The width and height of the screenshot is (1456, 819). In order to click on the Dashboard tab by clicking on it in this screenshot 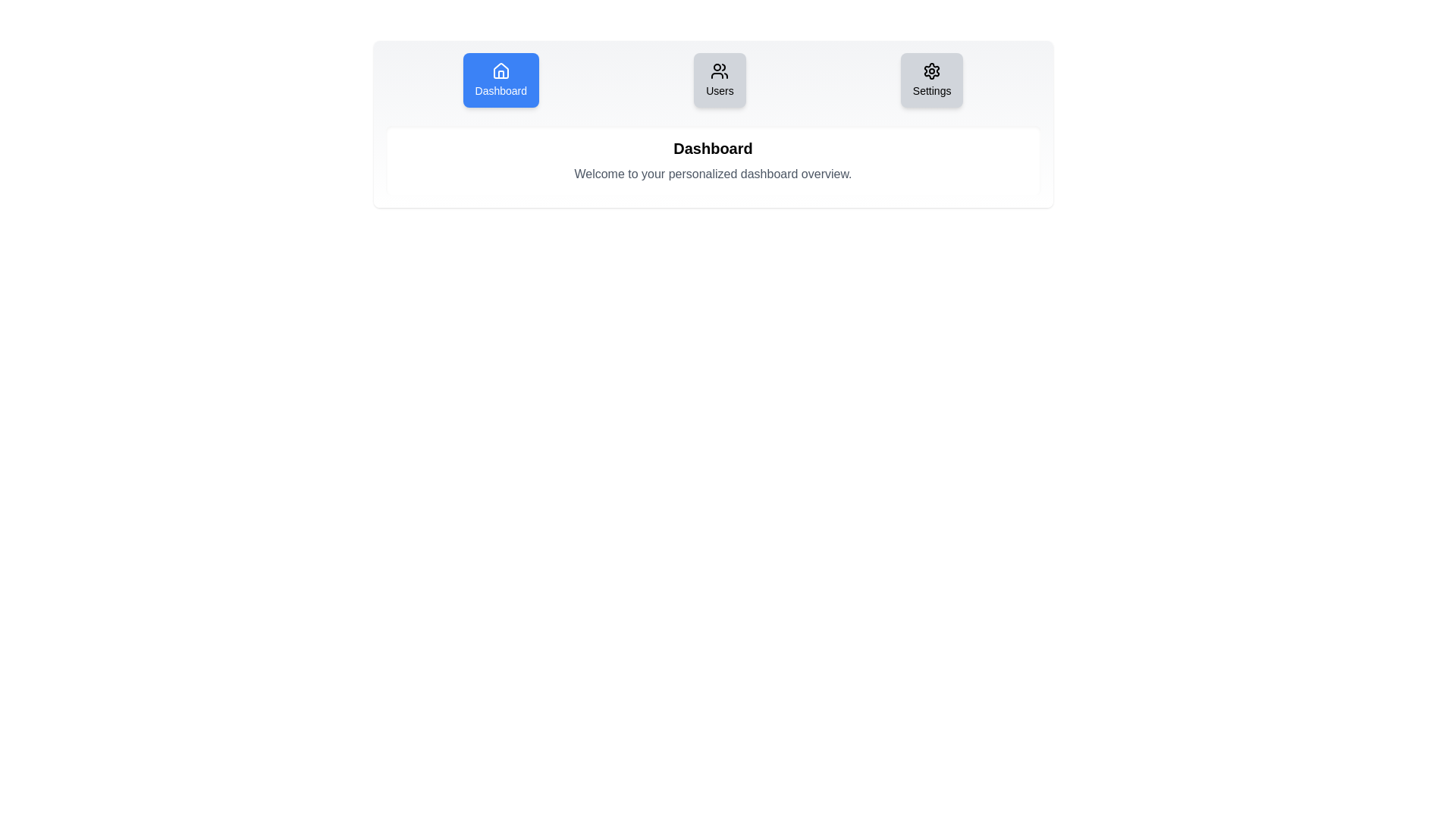, I will do `click(500, 80)`.